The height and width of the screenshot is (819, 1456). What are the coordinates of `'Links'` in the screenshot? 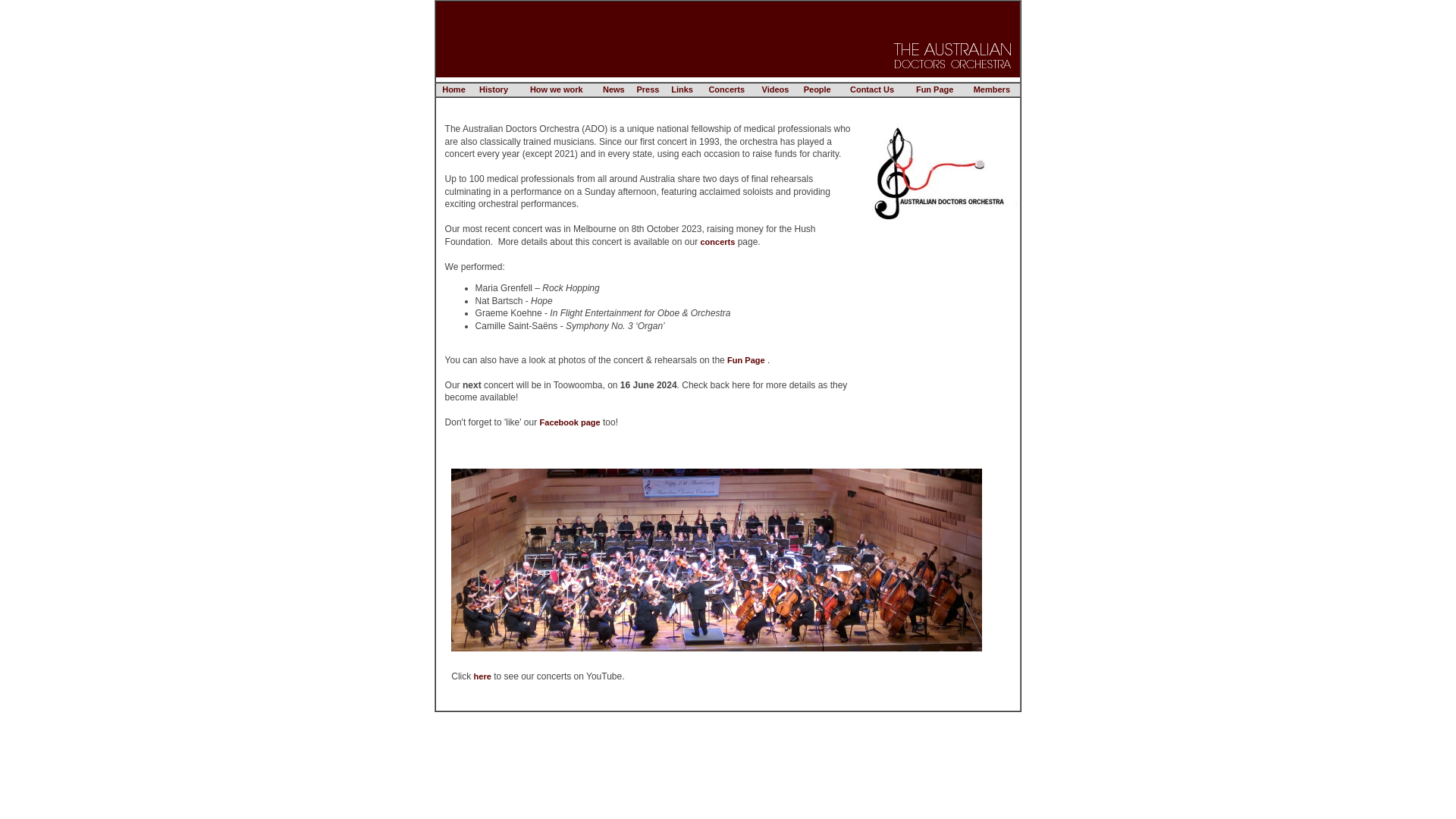 It's located at (670, 89).